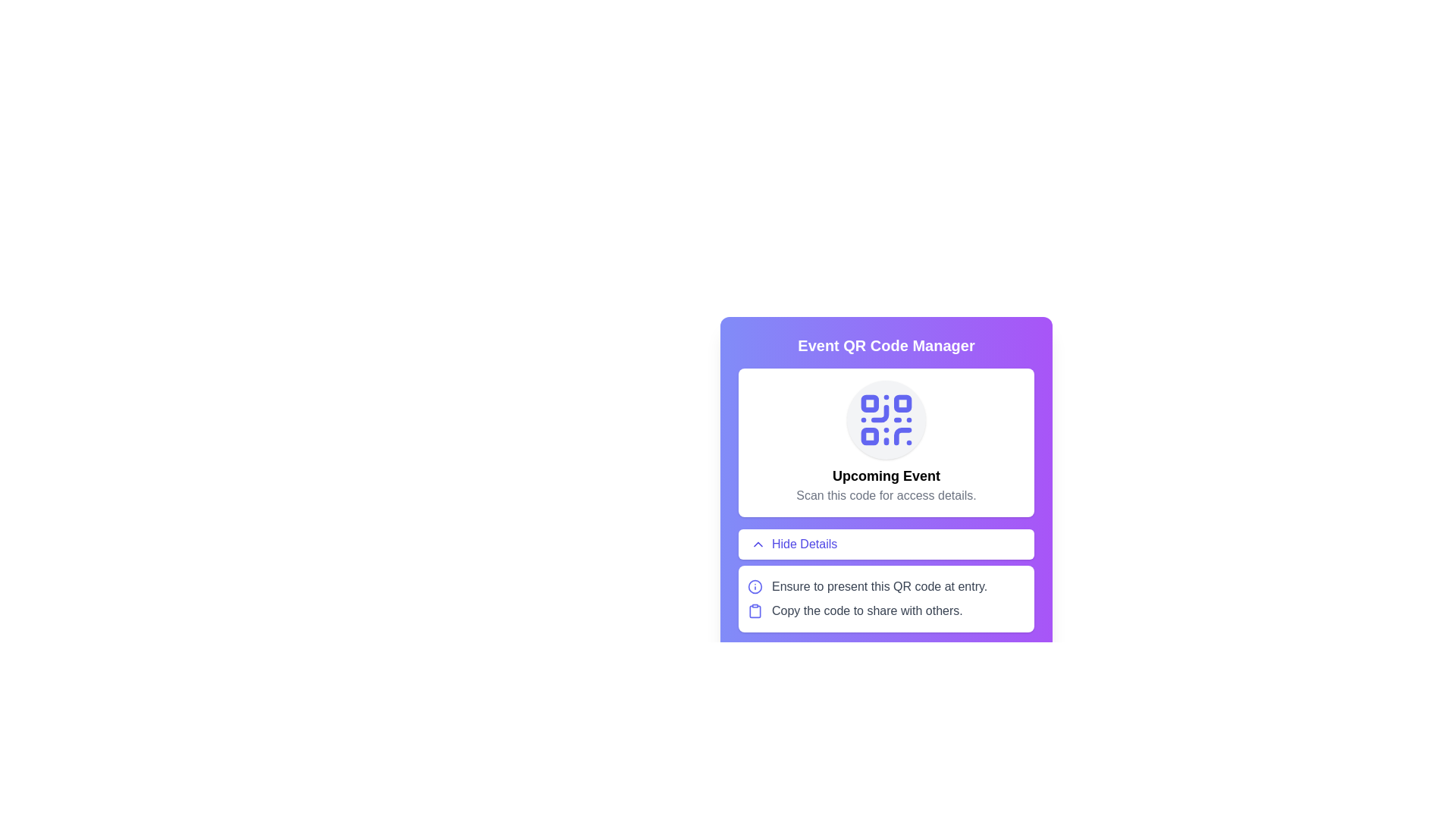 Image resolution: width=1456 pixels, height=819 pixels. What do you see at coordinates (867, 610) in the screenshot?
I see `static text element that states 'Copy the code to share with others.' located beneath the blue panel labeled 'Ensure to present this QR code at entry.'` at bounding box center [867, 610].